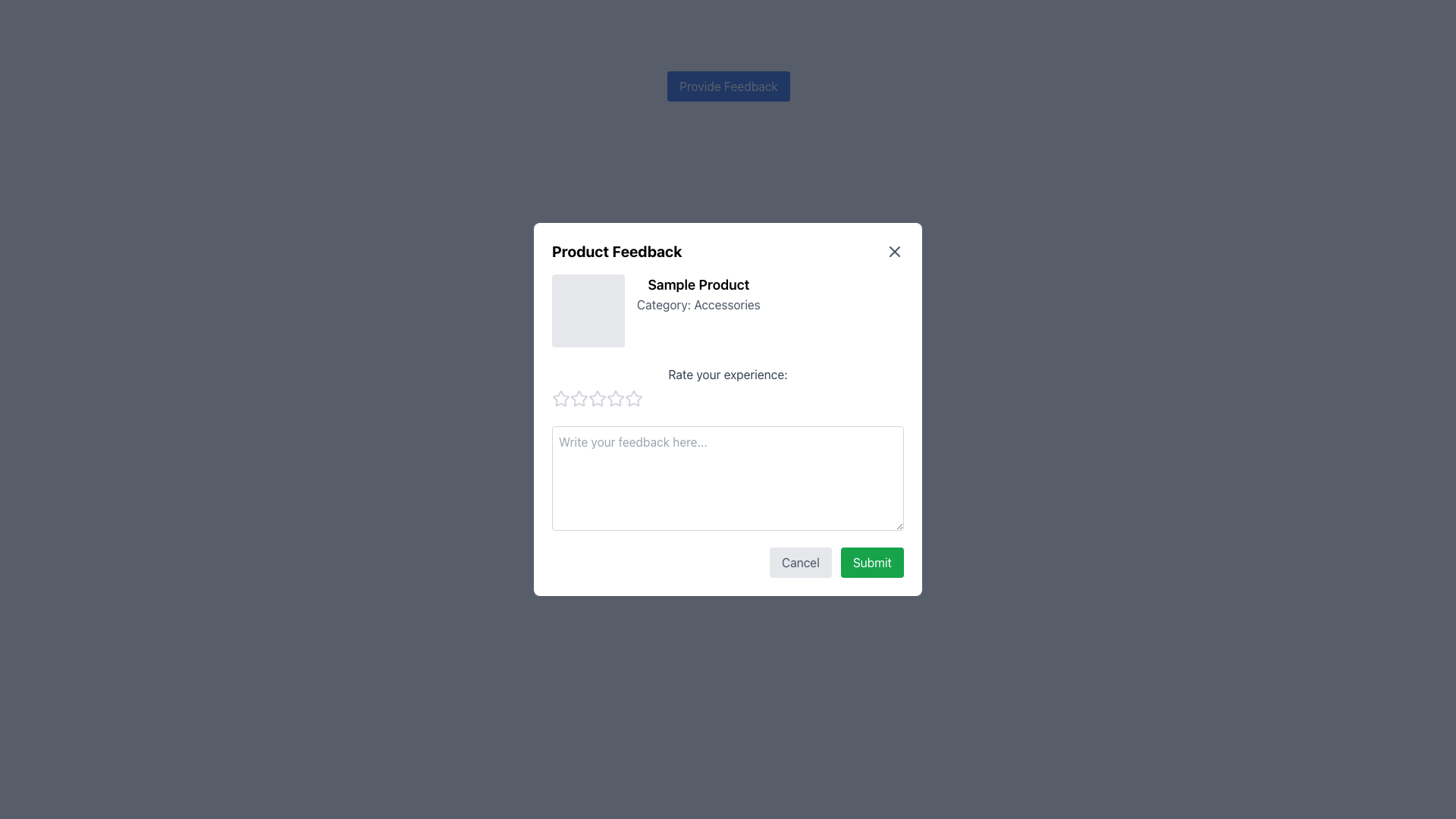 The height and width of the screenshot is (819, 1456). Describe the element at coordinates (698, 304) in the screenshot. I see `displayed text 'Category: Accessories.' which is a gray text label located under the 'Sample Product' heading in the modal dialog box` at that location.